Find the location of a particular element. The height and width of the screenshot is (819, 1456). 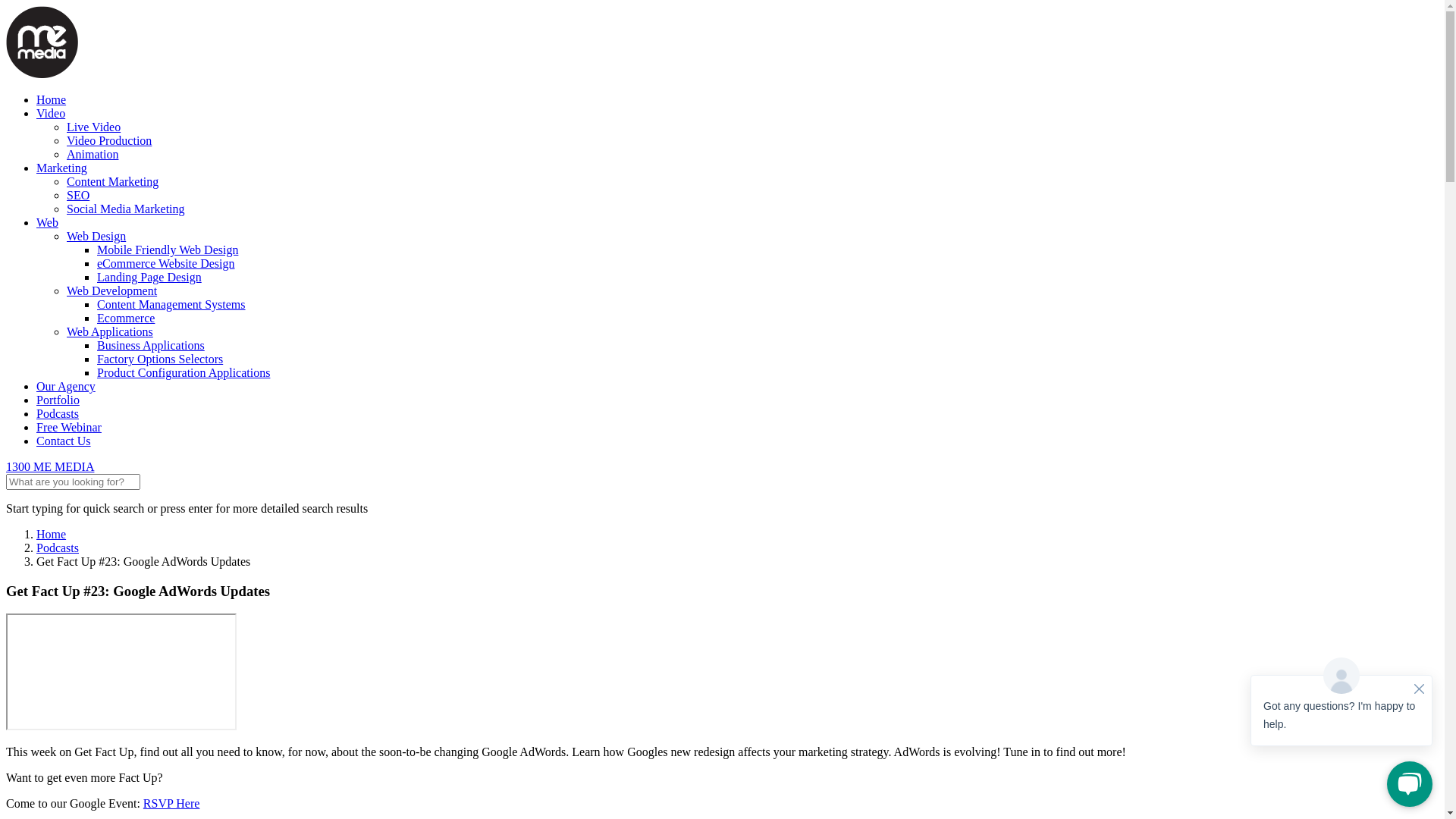

'Ecommerce' is located at coordinates (126, 317).